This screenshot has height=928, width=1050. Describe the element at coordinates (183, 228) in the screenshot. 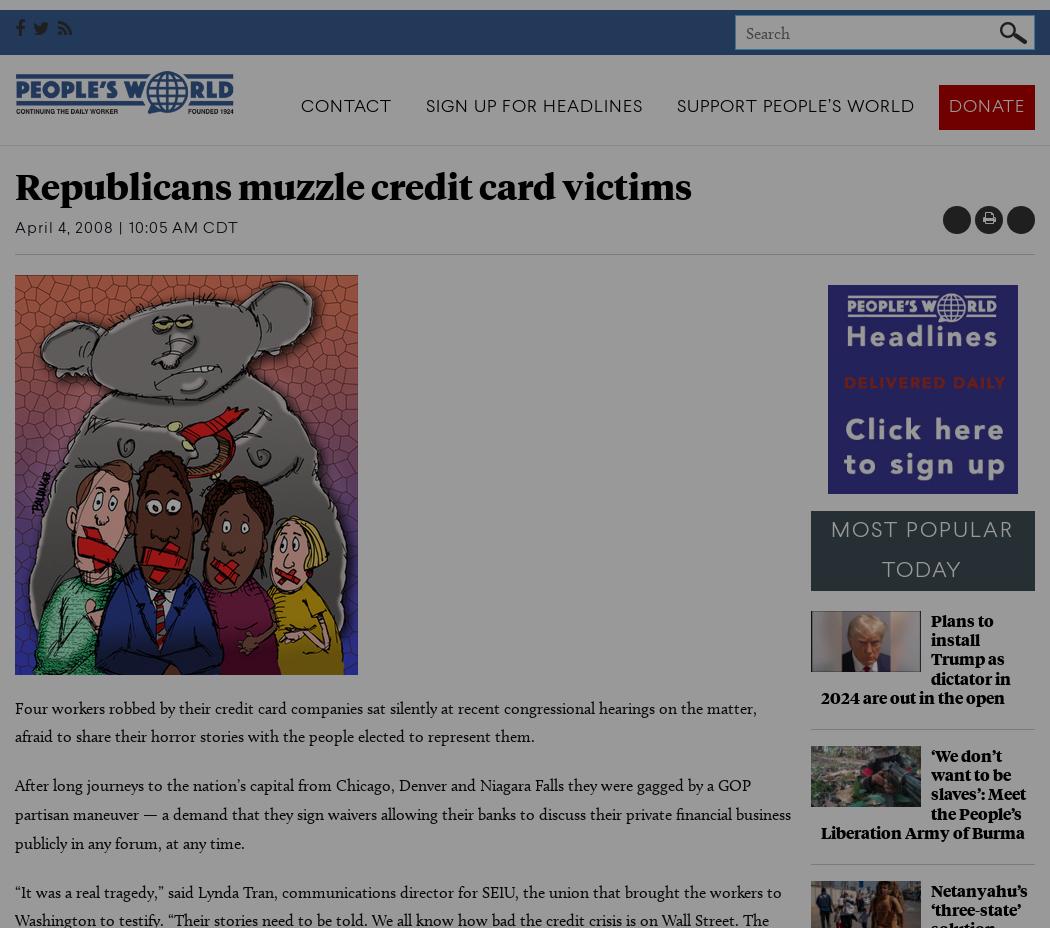

I see `'10:05 AM CDT'` at that location.